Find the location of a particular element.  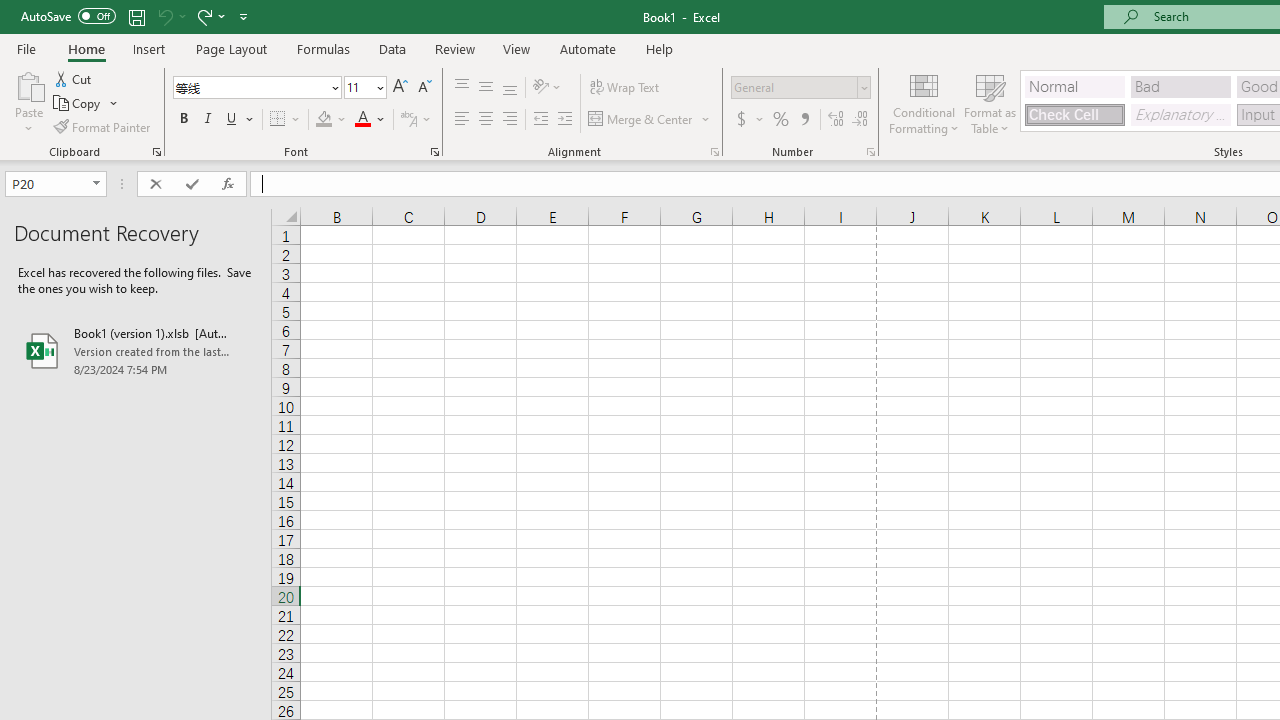

'Underline' is located at coordinates (240, 119).